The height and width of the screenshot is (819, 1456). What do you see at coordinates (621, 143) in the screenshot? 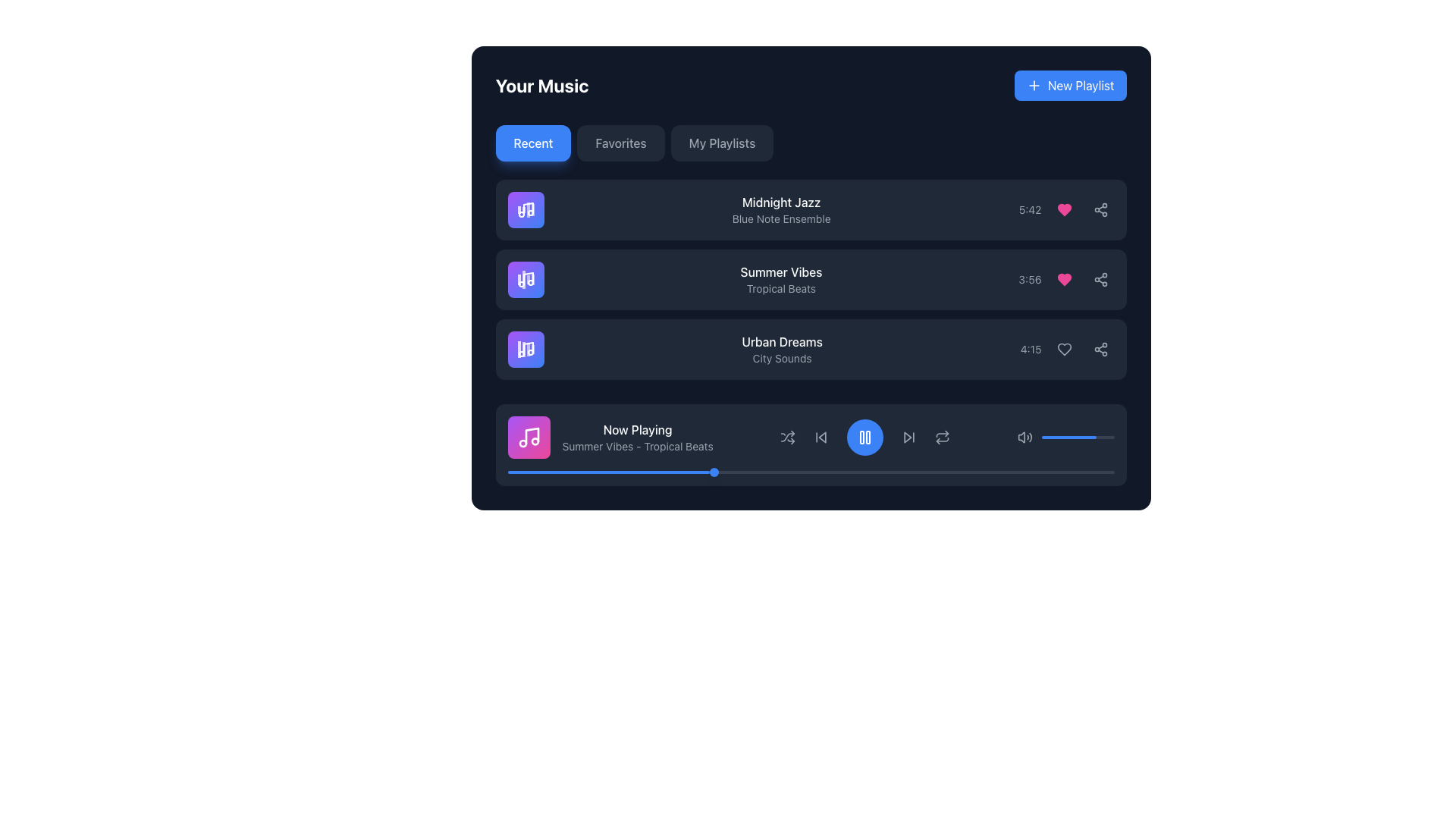
I see `the second button` at bounding box center [621, 143].